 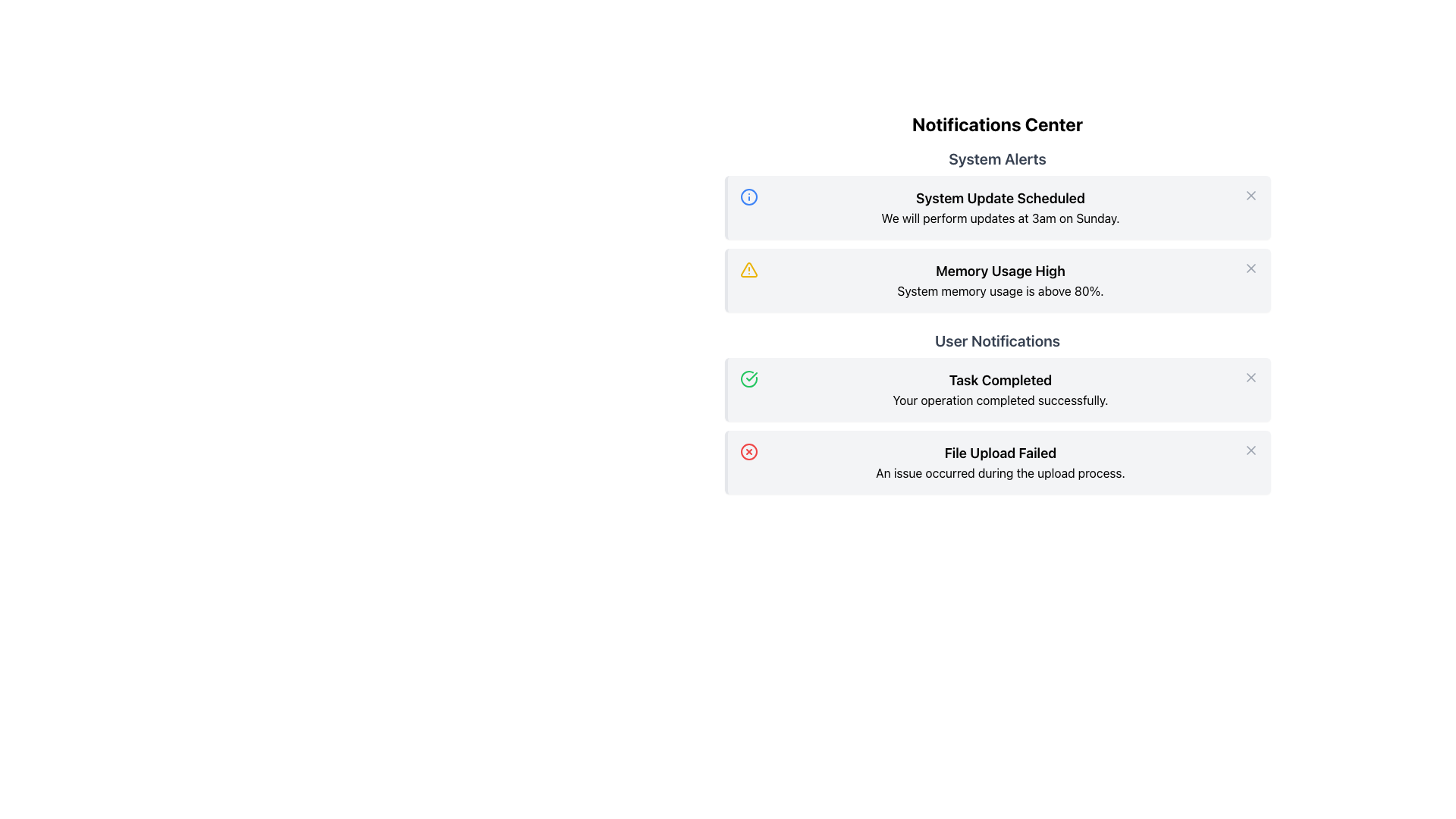 I want to click on the informational update icon located on the left side of the notification block titled 'System Update Scheduled' in the 'Notifications Center', so click(x=748, y=196).